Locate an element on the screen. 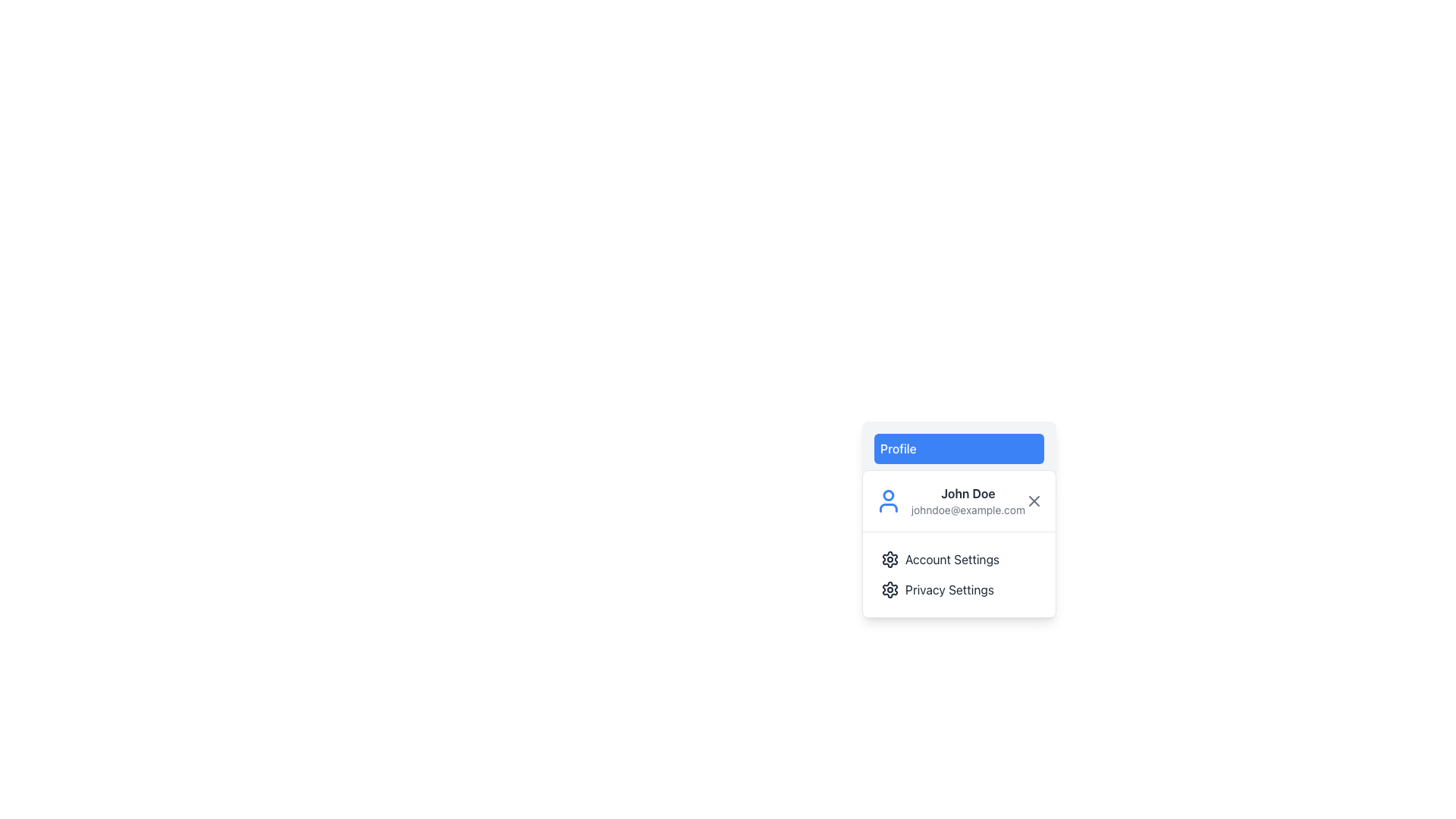 The width and height of the screenshot is (1456, 819). the 'Privacy Settings' button with a gear icon in the dropdown menu is located at coordinates (959, 589).